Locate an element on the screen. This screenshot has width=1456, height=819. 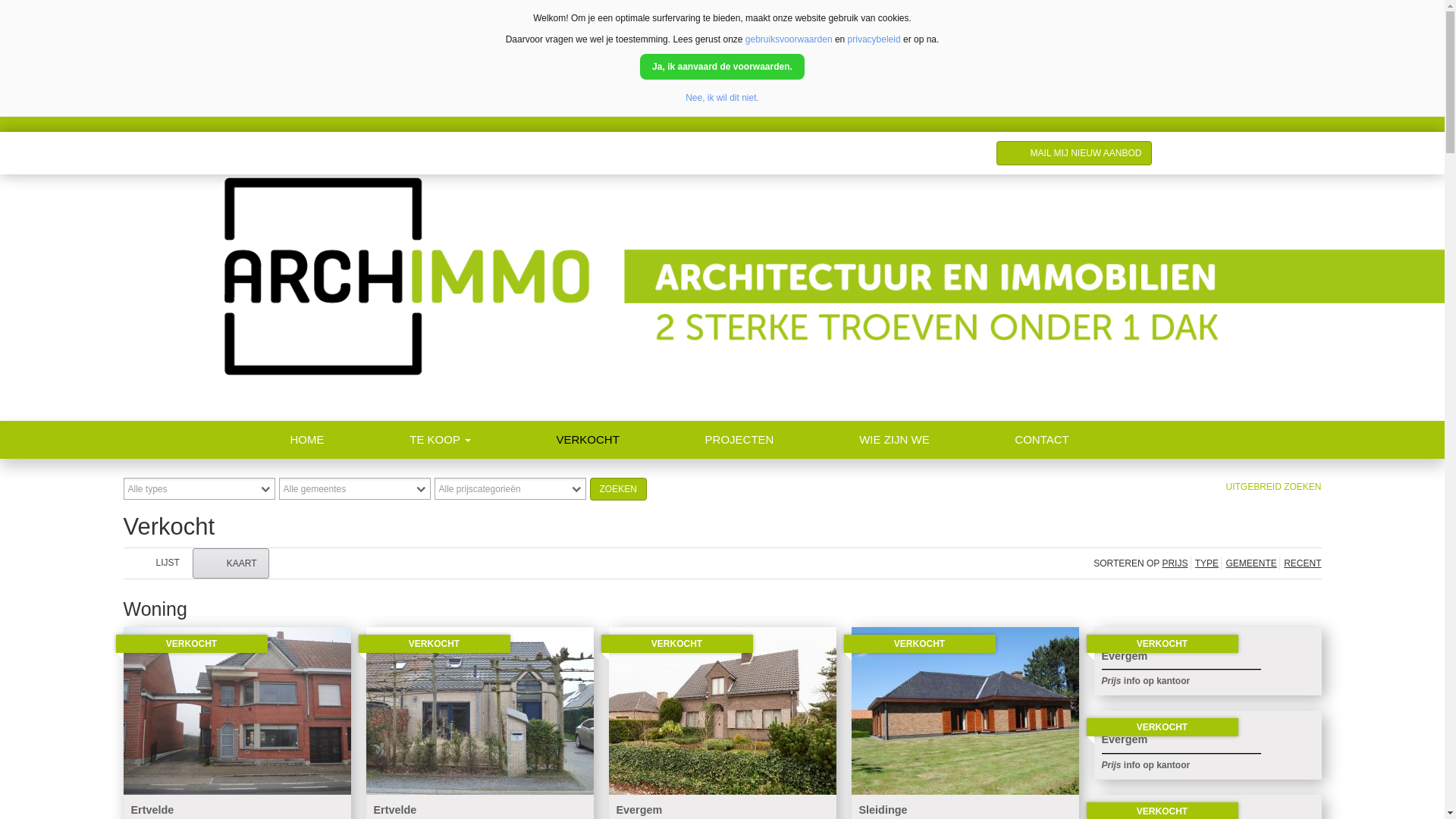
'CONTACT' is located at coordinates (1084, 439).